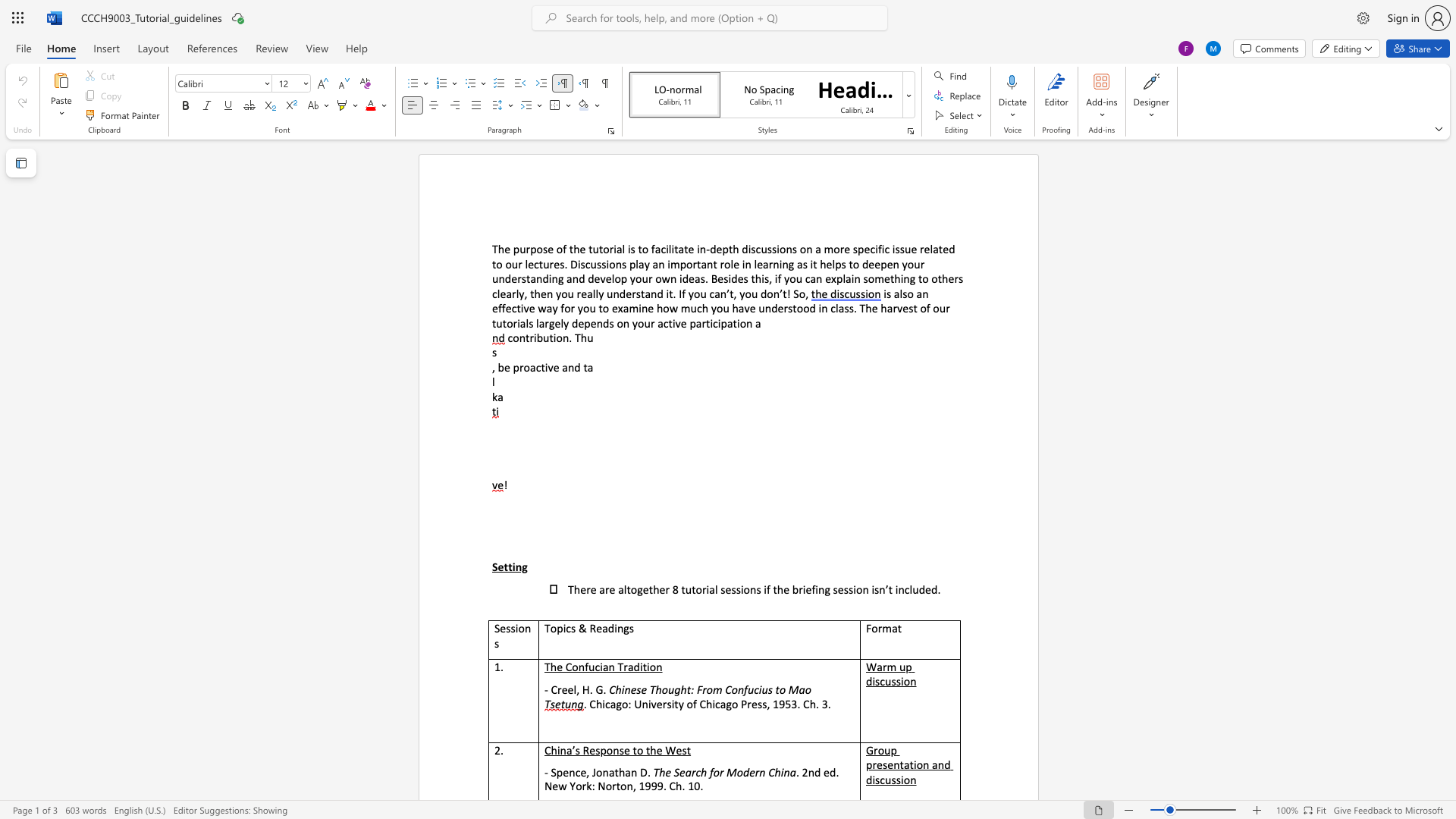 This screenshot has width=1456, height=819. I want to click on the 1th character "o" in the text, so click(539, 248).